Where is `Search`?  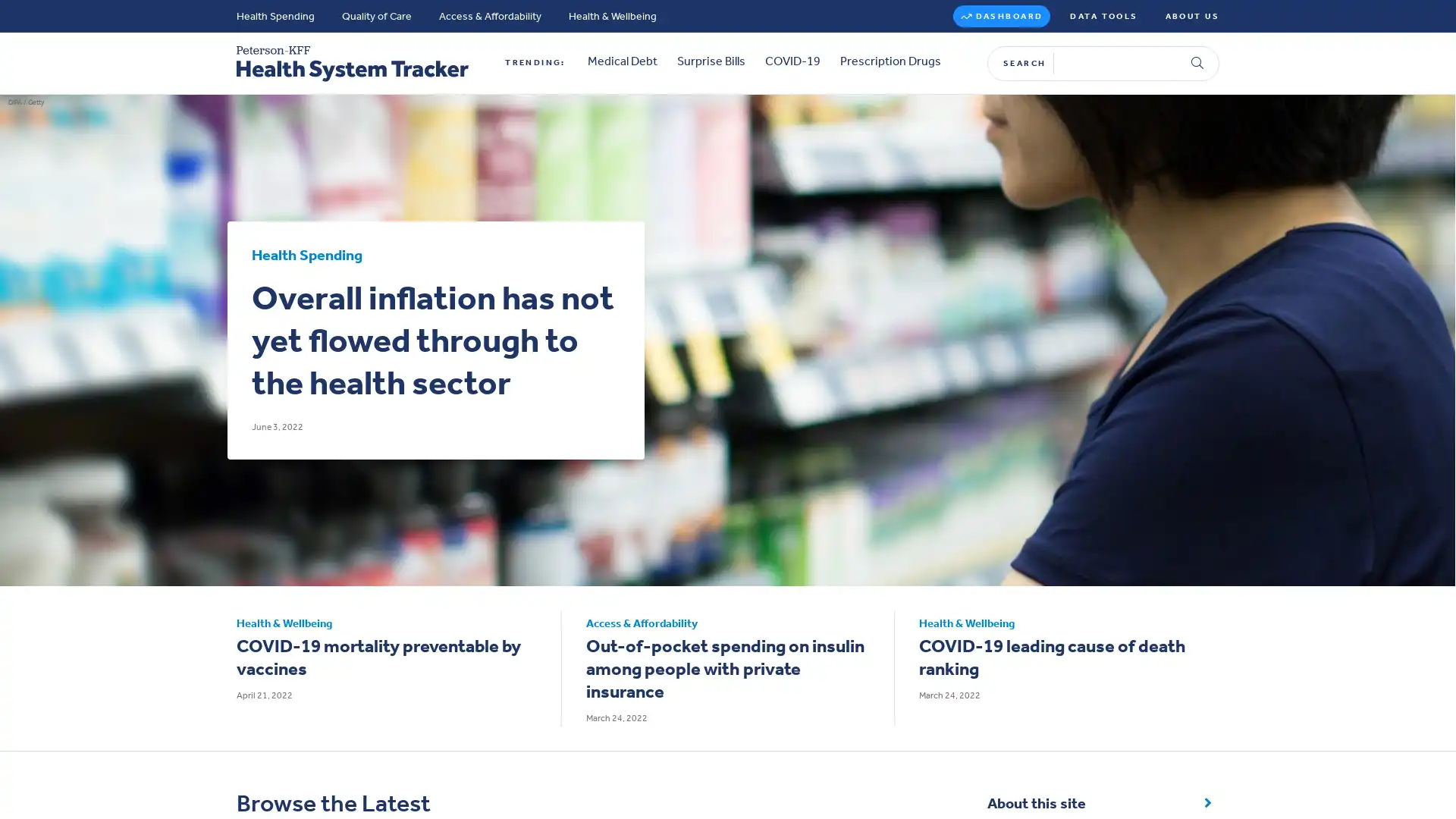
Search is located at coordinates (1197, 55).